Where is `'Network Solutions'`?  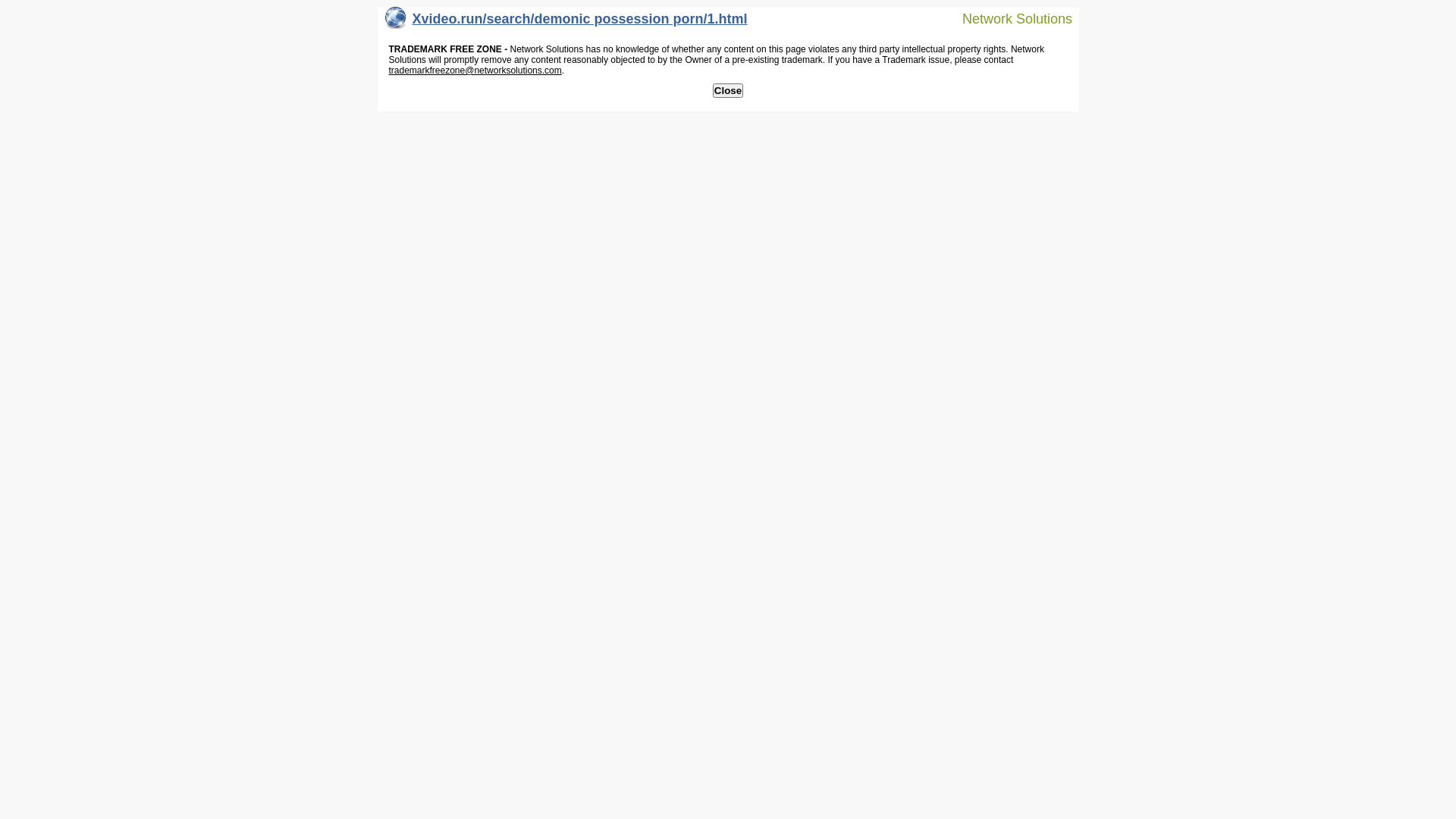
'Network Solutions' is located at coordinates (1008, 17).